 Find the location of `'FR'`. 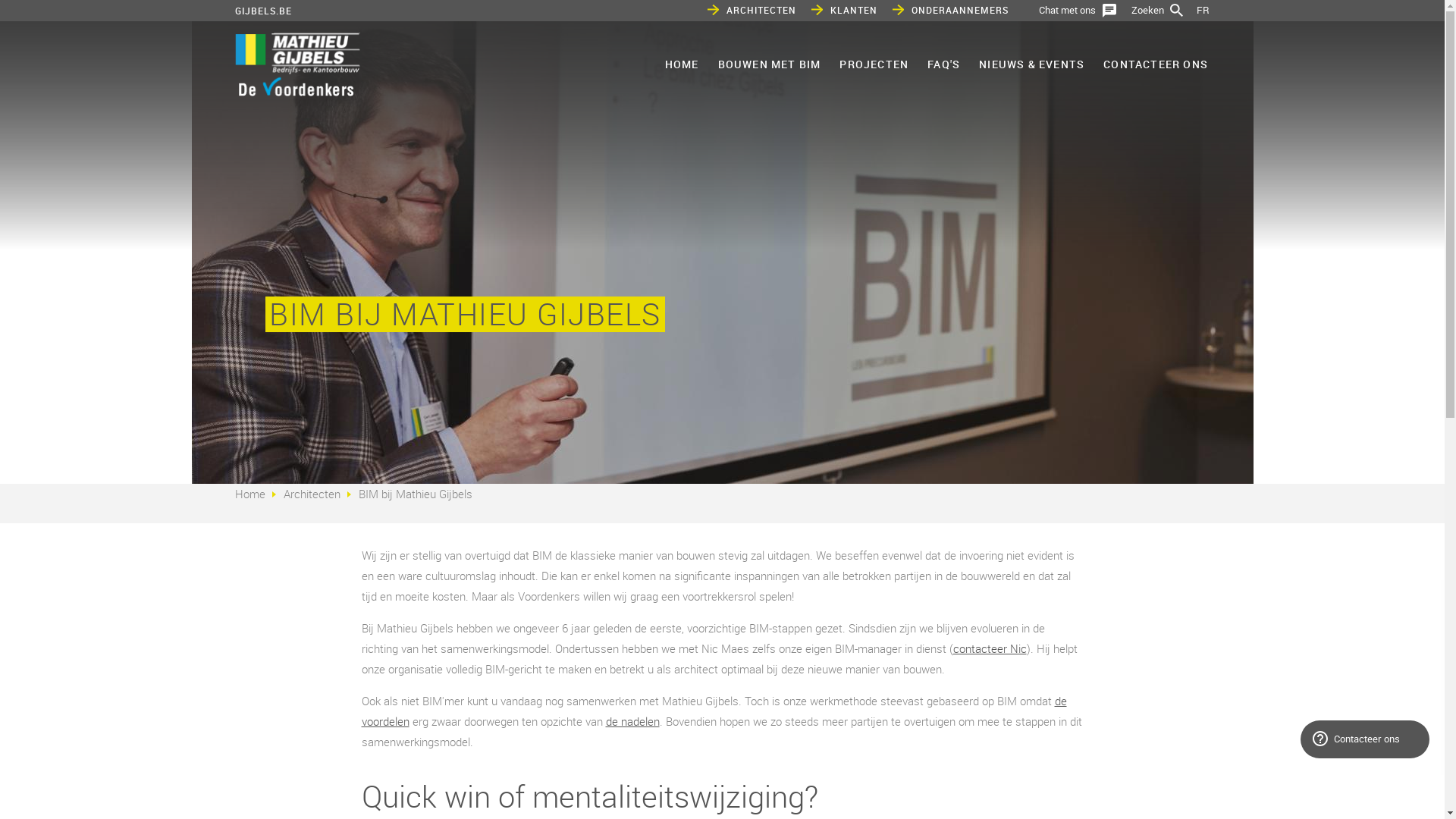

'FR' is located at coordinates (1202, 9).